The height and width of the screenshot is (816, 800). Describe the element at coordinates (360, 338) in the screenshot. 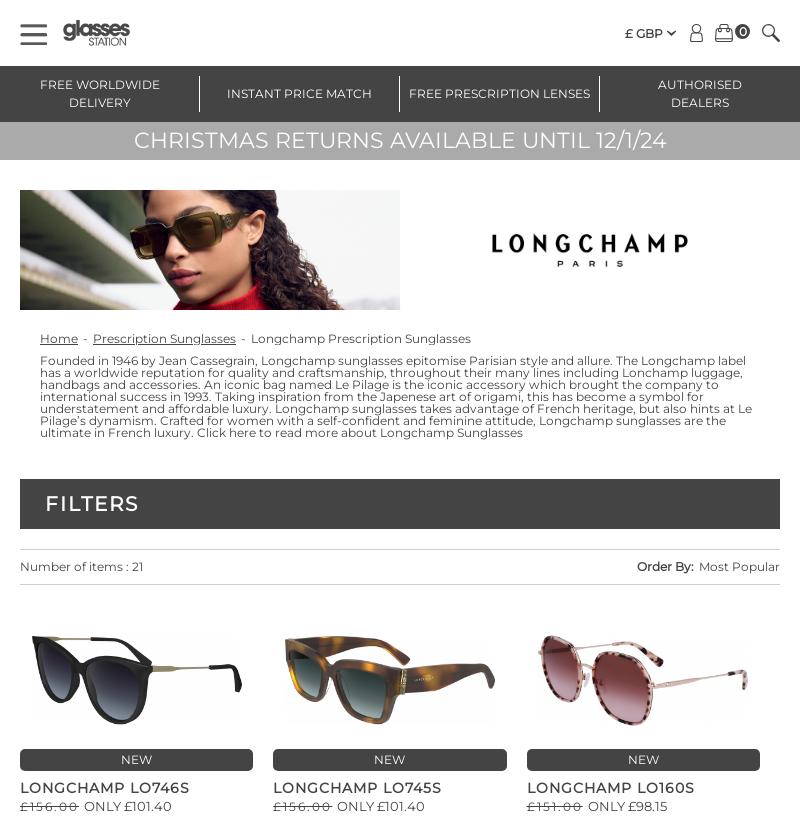

I see `'Longchamp Prescription Sunglasses'` at that location.